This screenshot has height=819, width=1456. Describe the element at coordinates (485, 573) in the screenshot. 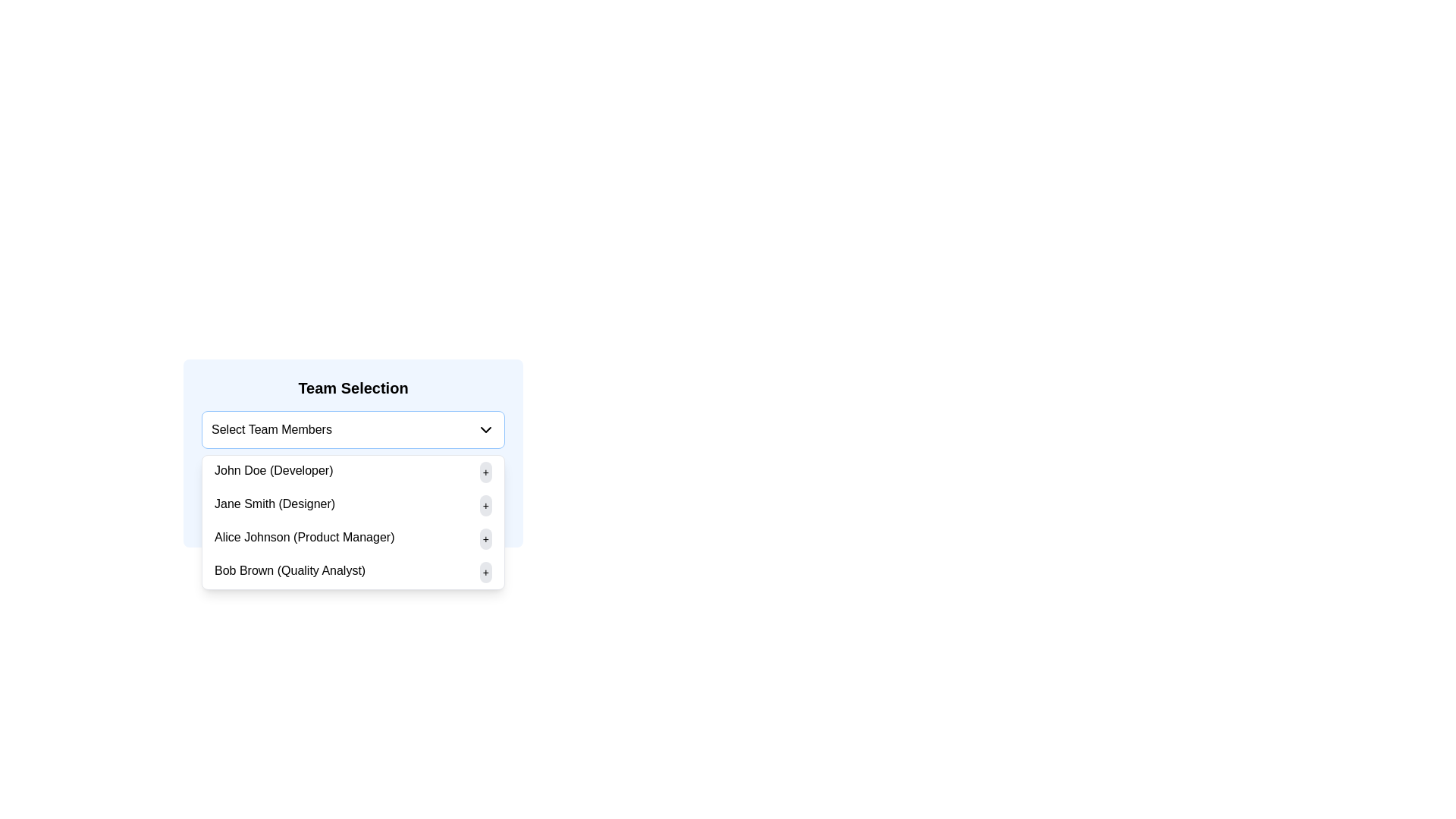

I see `the fourth '+' button in the list to add or select 'Bob Brown (Quality Analyst)'` at that location.